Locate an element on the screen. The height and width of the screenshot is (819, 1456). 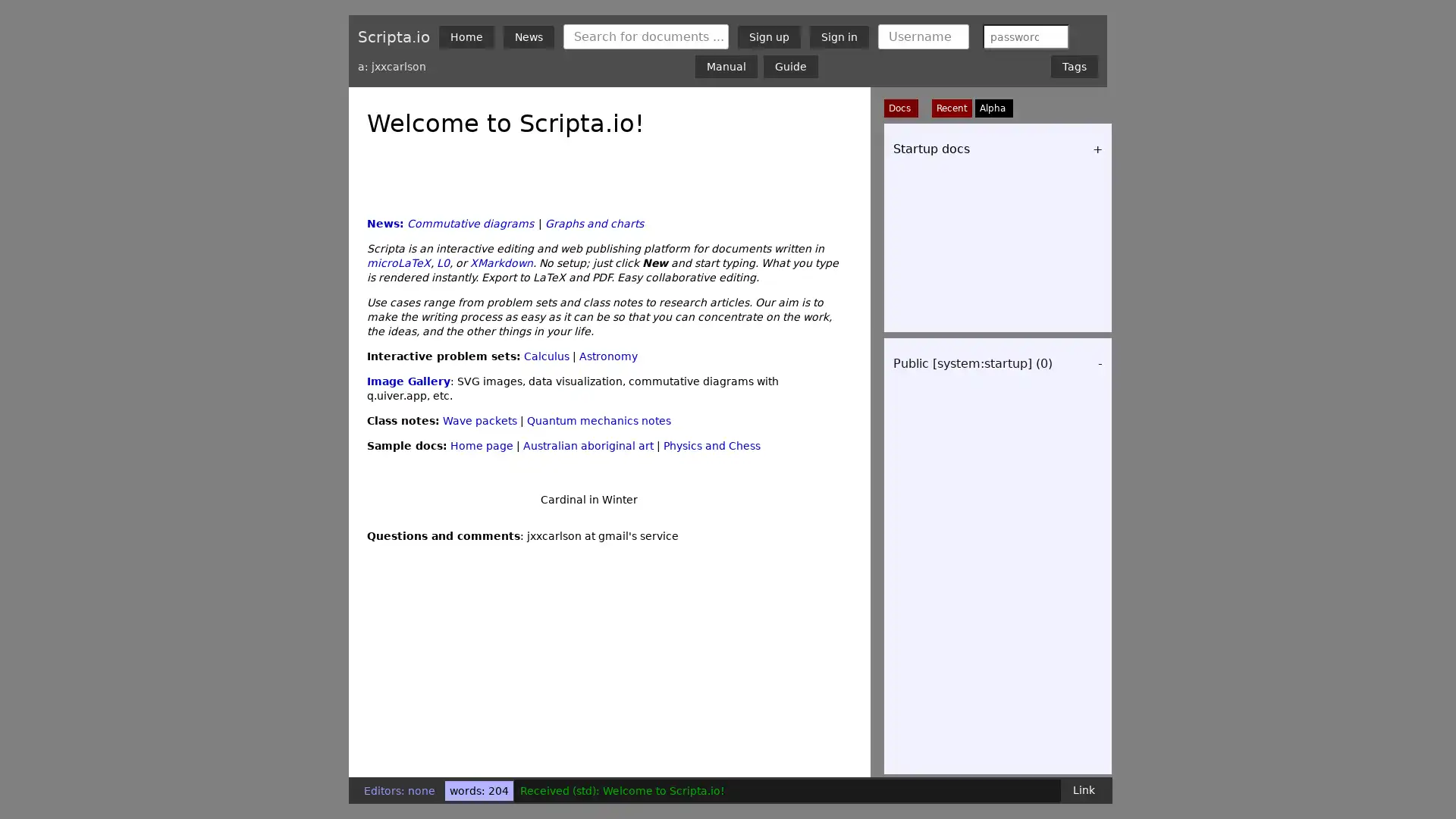
Sign in is located at coordinates (839, 35).